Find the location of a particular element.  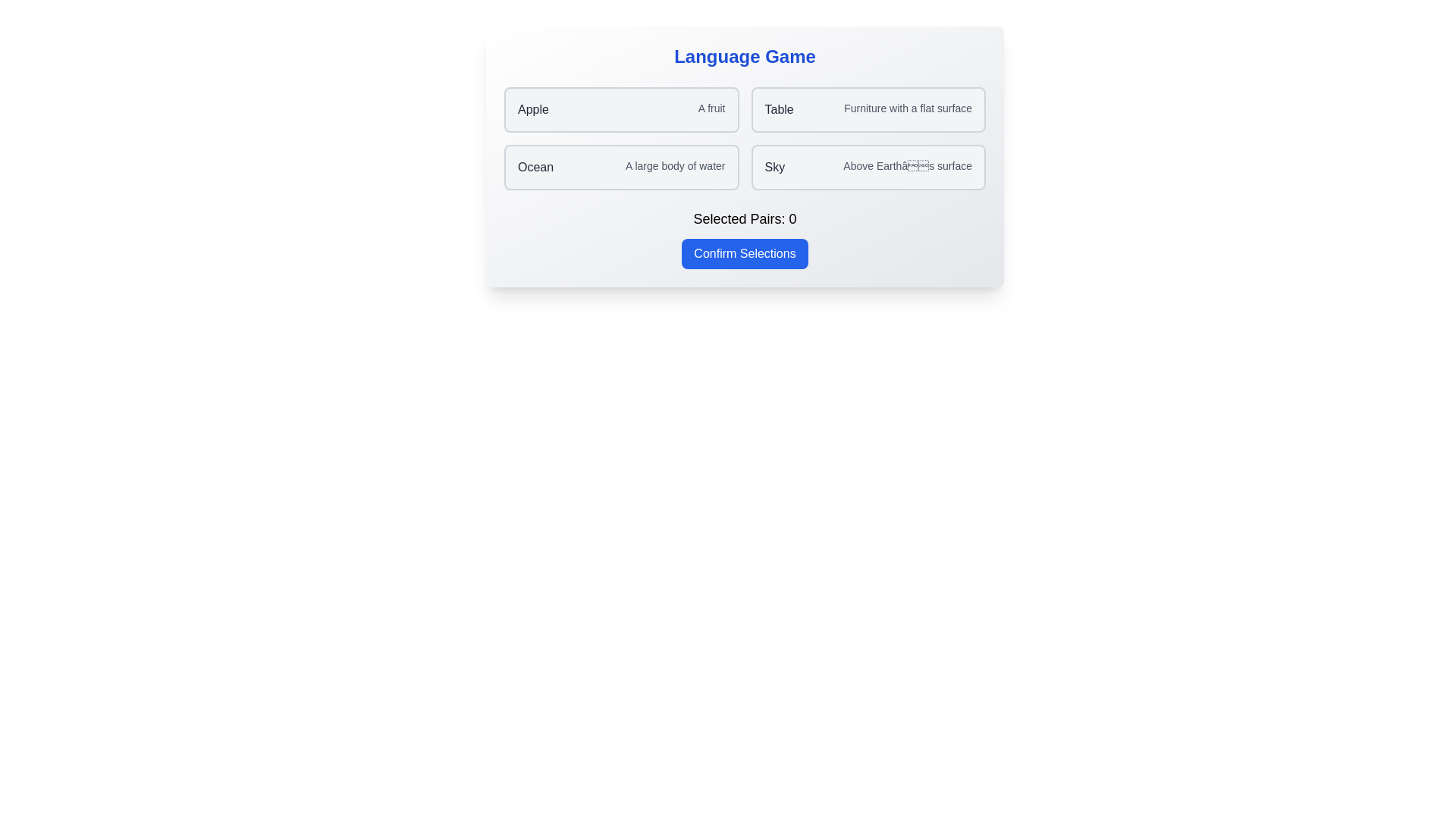

the word-definition pair Ocean - A large body of water is located at coordinates (621, 167).